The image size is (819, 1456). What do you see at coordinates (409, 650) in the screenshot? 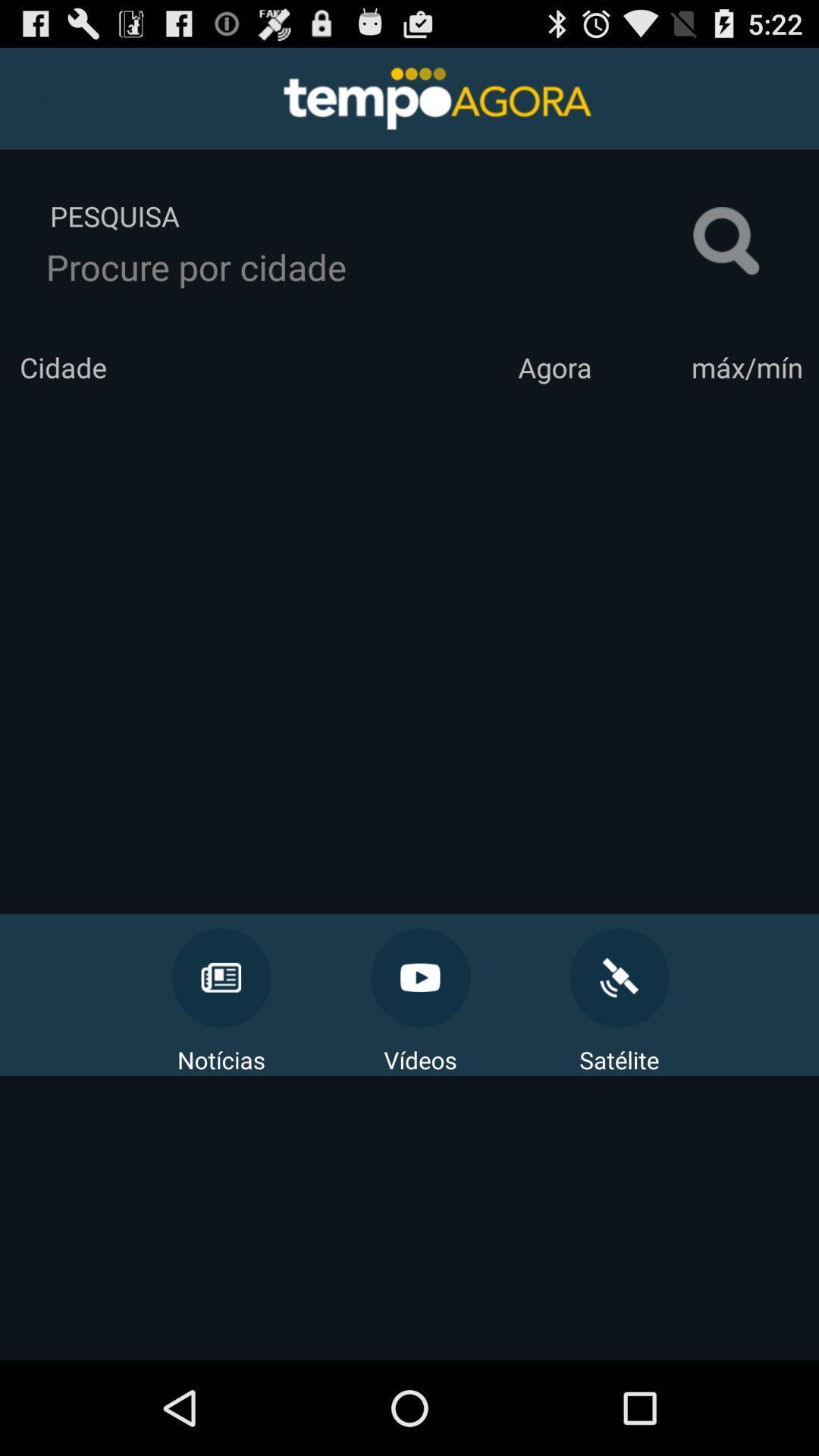
I see `the icon at the center` at bounding box center [409, 650].